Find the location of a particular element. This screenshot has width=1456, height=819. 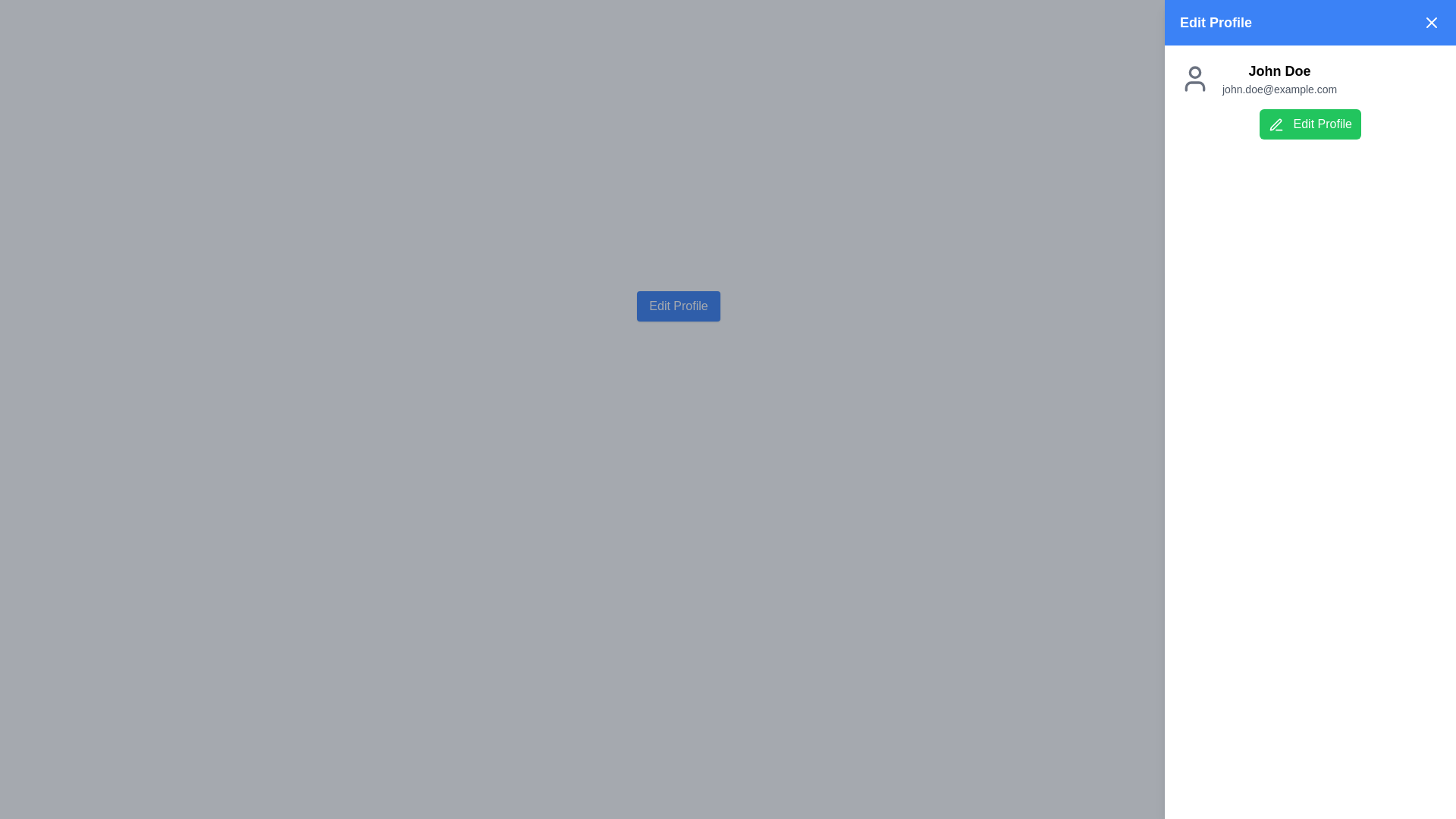

the lower semicircular part of the user profile icon representation, which is located beneath the circular head icon on the right section of the interface is located at coordinates (1194, 86).